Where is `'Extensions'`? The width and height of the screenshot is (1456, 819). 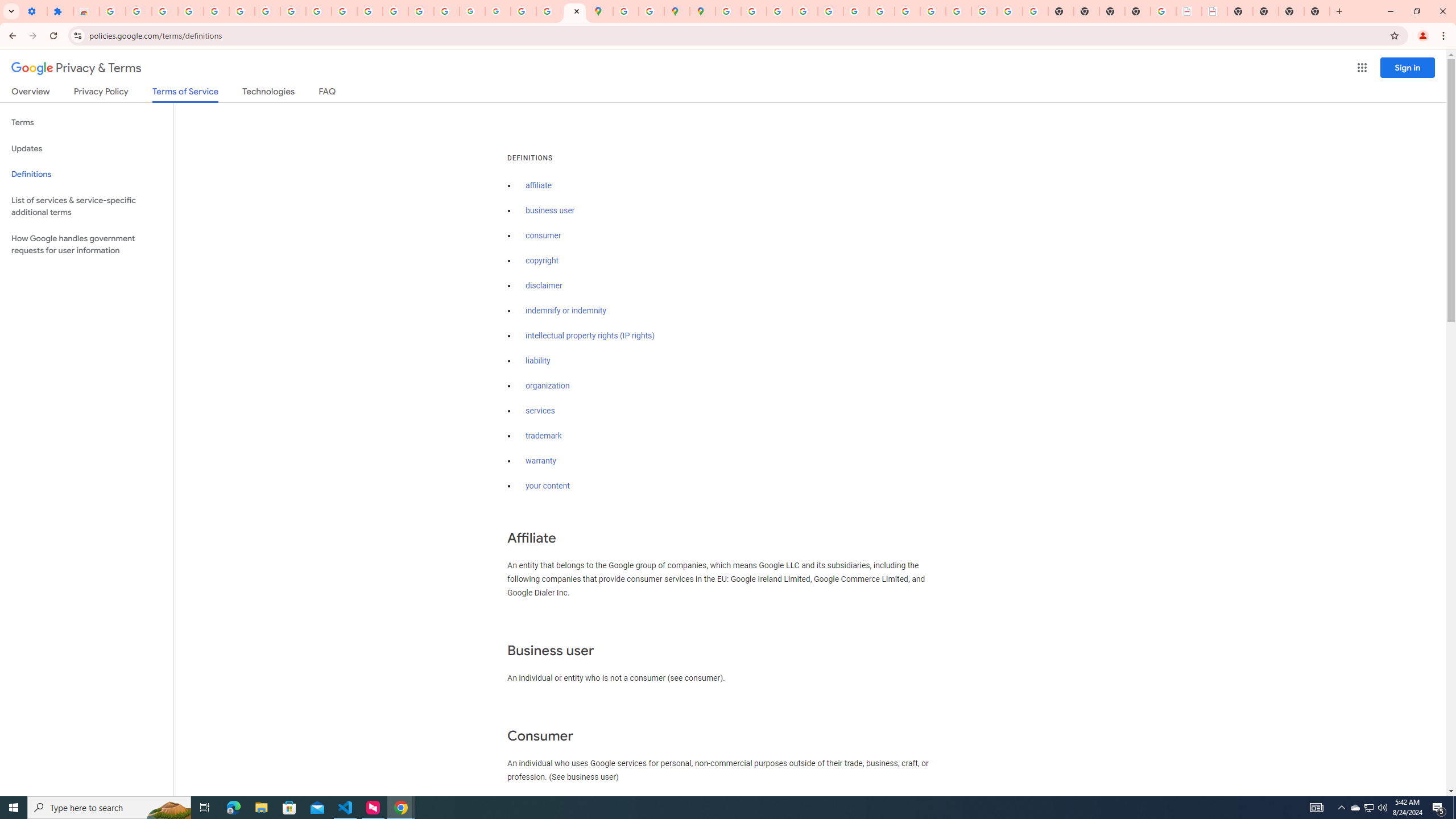 'Extensions' is located at coordinates (60, 11).